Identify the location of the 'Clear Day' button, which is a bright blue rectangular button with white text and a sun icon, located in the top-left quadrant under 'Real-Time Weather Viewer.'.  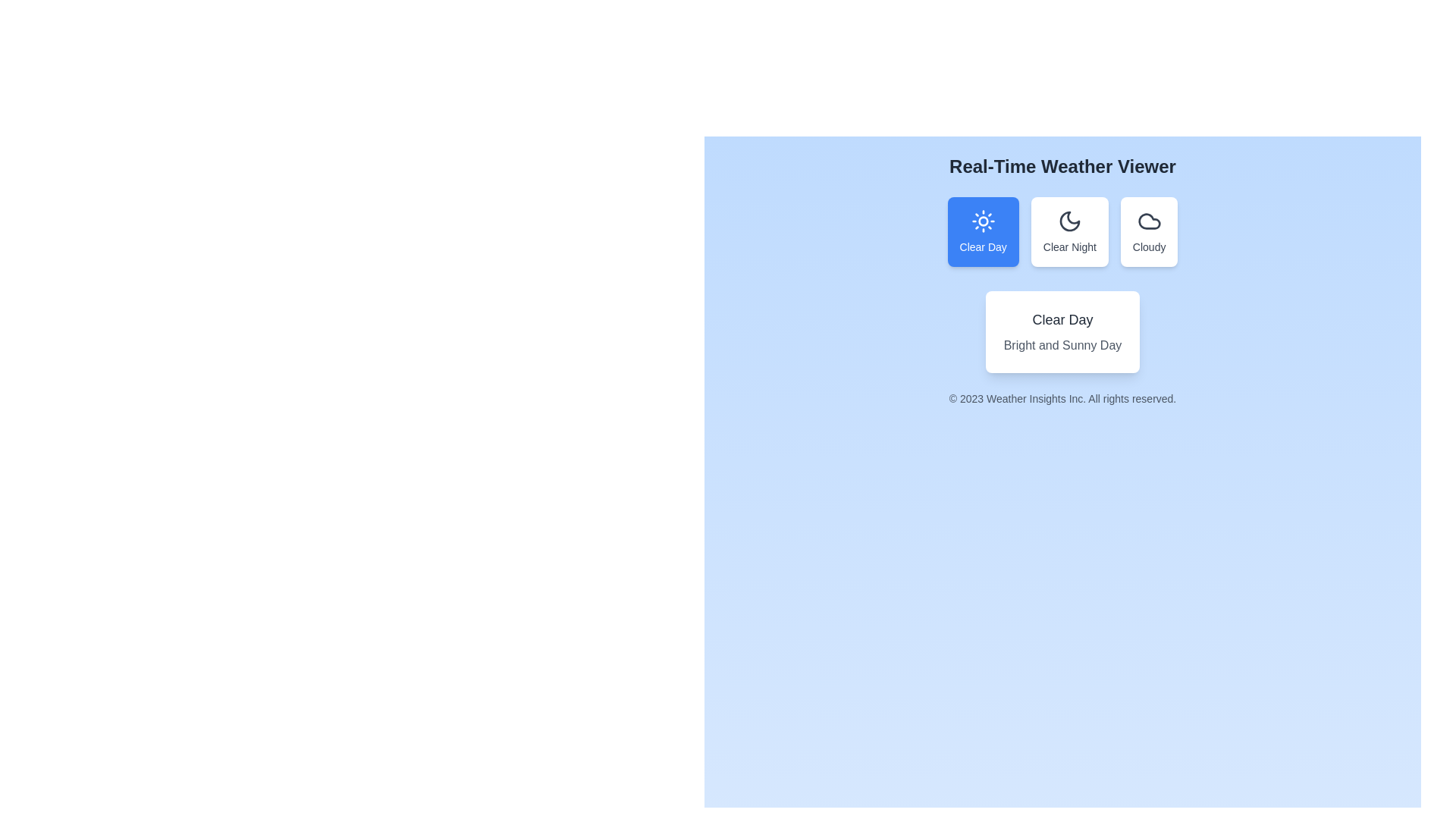
(983, 231).